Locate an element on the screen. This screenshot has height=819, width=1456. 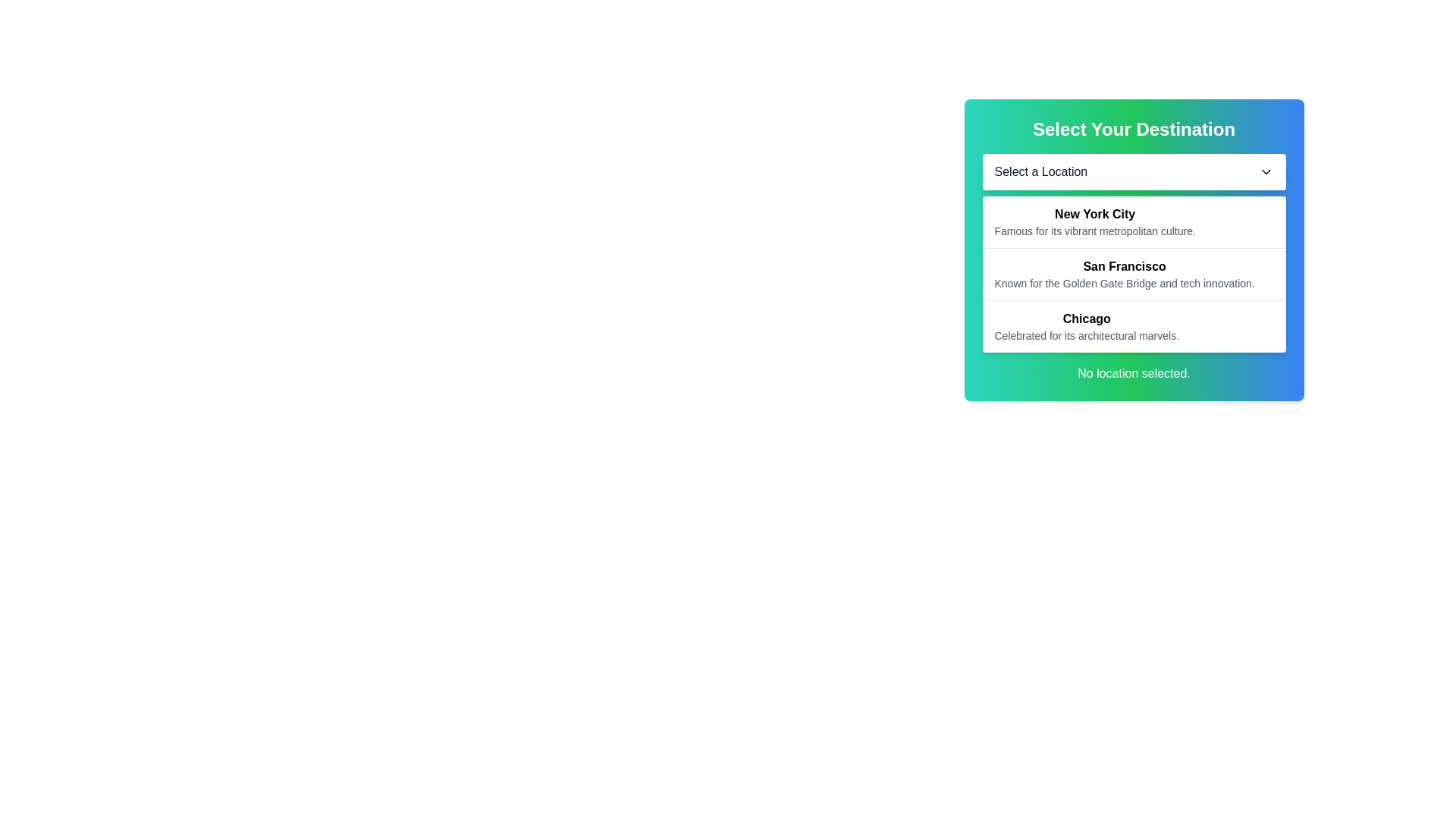
descriptive text for the option 'New York City' located below the bolded title in the selection menu titled 'Select Your Destination' is located at coordinates (1095, 231).